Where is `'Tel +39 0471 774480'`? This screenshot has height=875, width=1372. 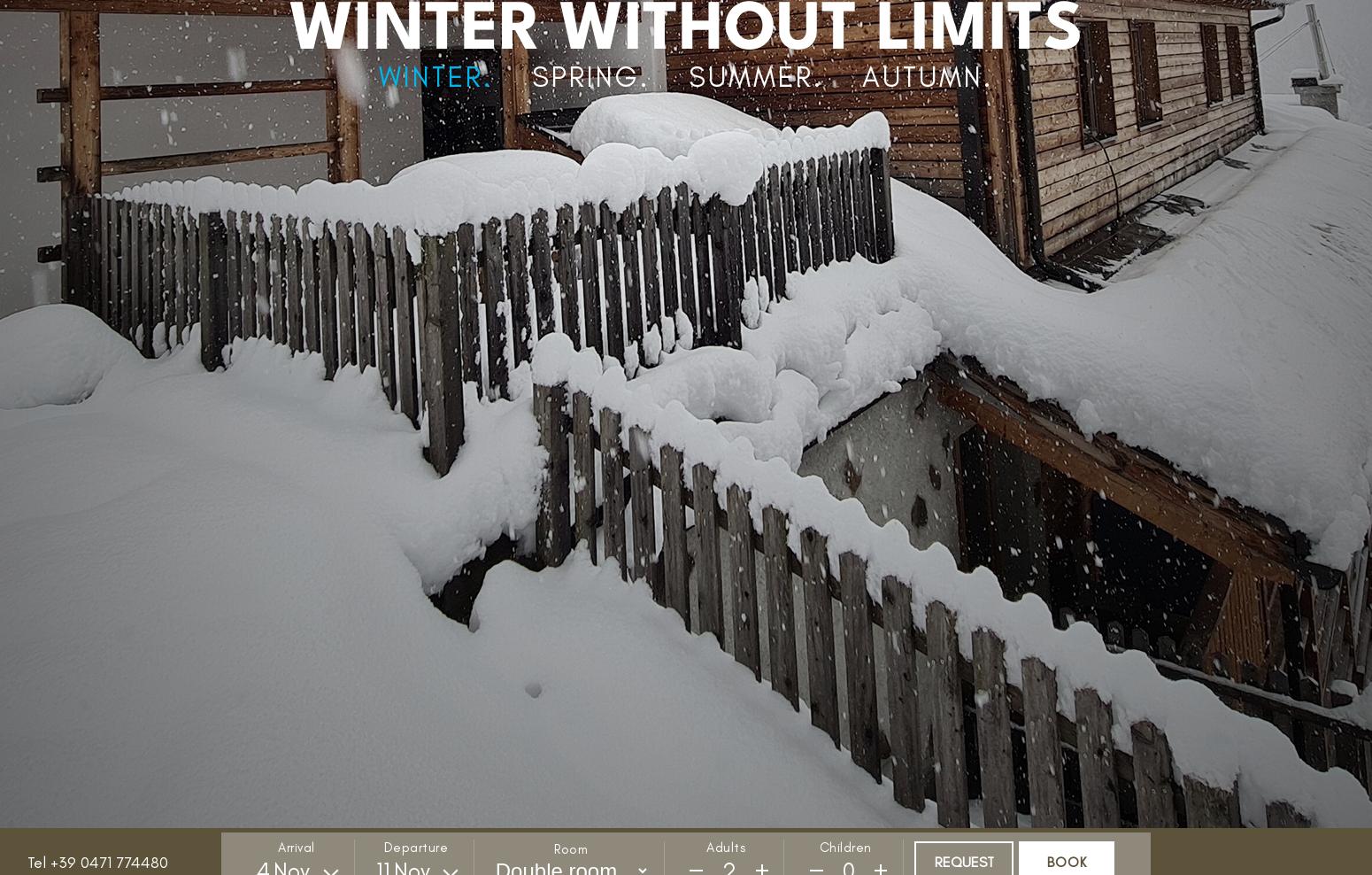 'Tel +39 0471 774480' is located at coordinates (97, 861).